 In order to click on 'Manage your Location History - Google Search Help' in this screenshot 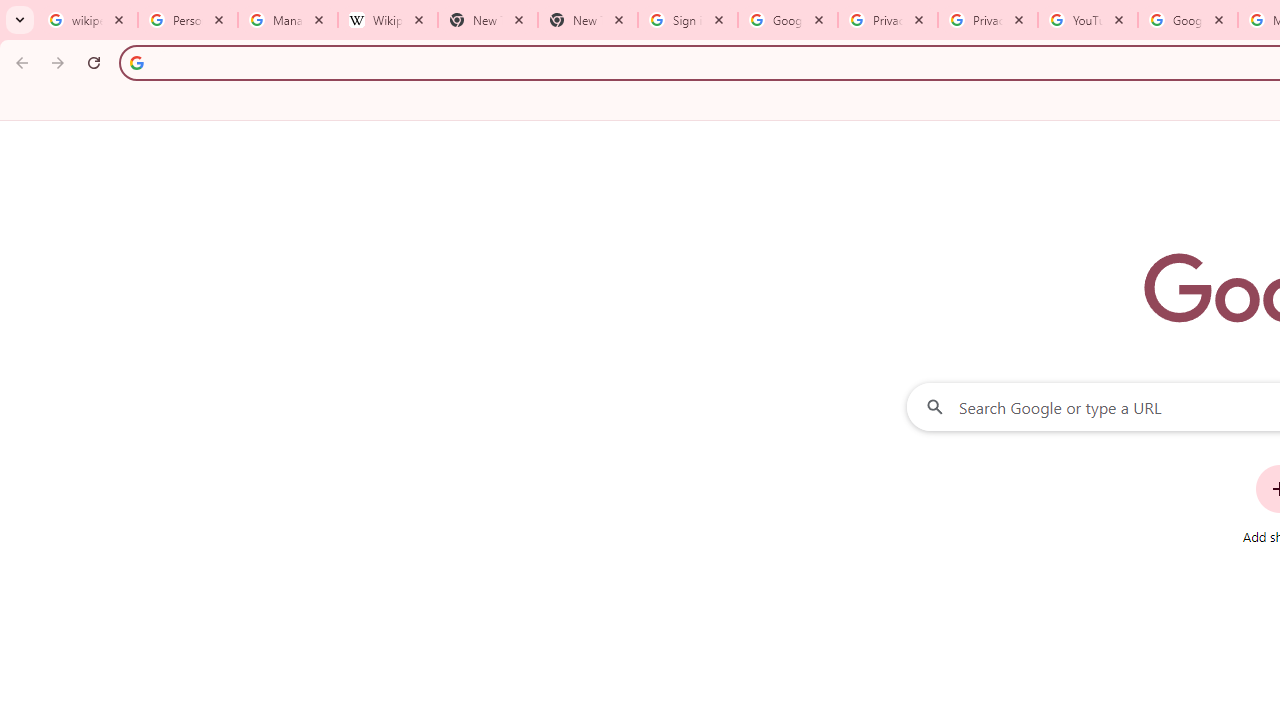, I will do `click(287, 20)`.